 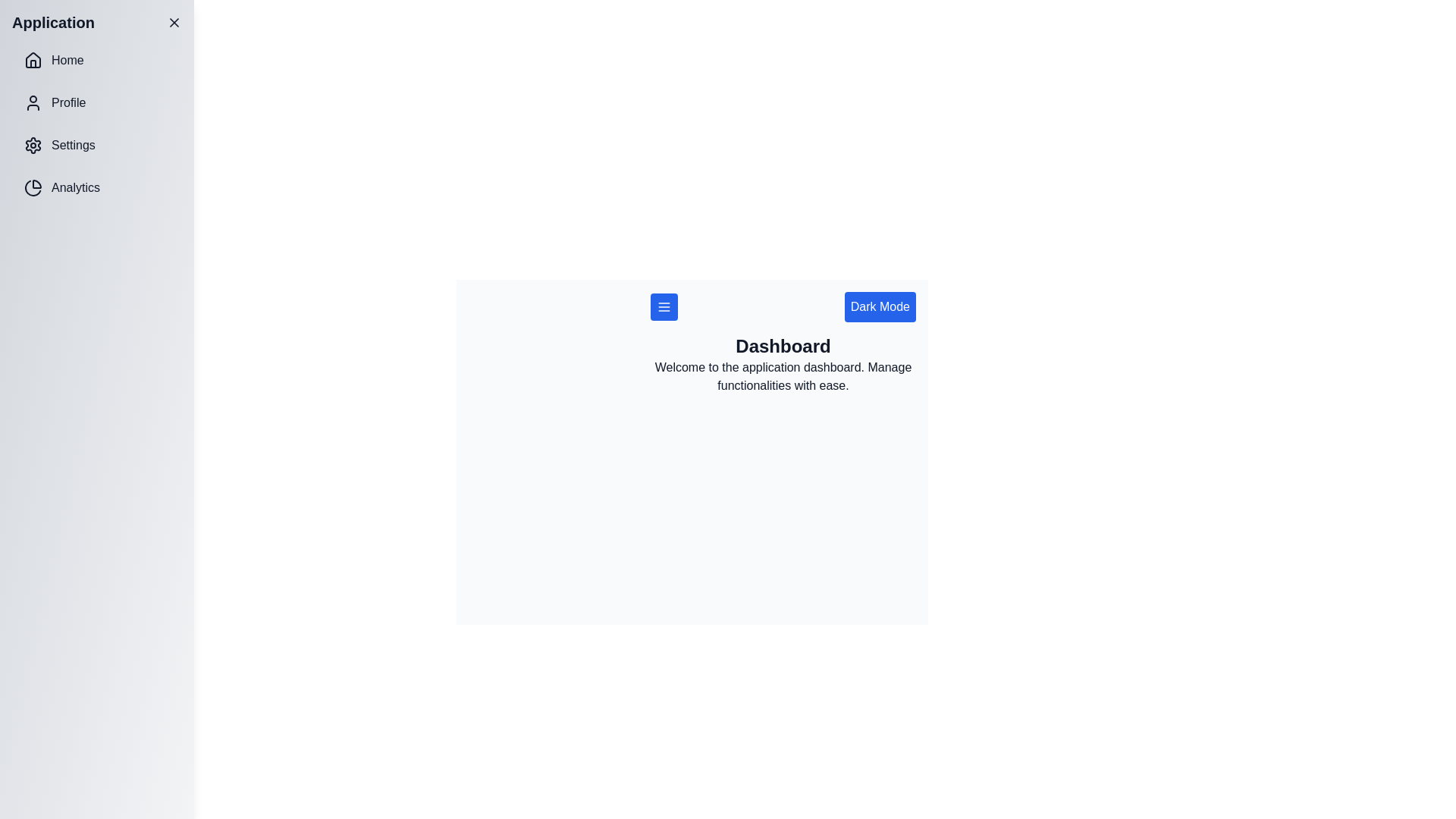 I want to click on the Navigation Button located in the sidebar, which is the second item below 'Home' and above 'Settings', so click(x=96, y=102).